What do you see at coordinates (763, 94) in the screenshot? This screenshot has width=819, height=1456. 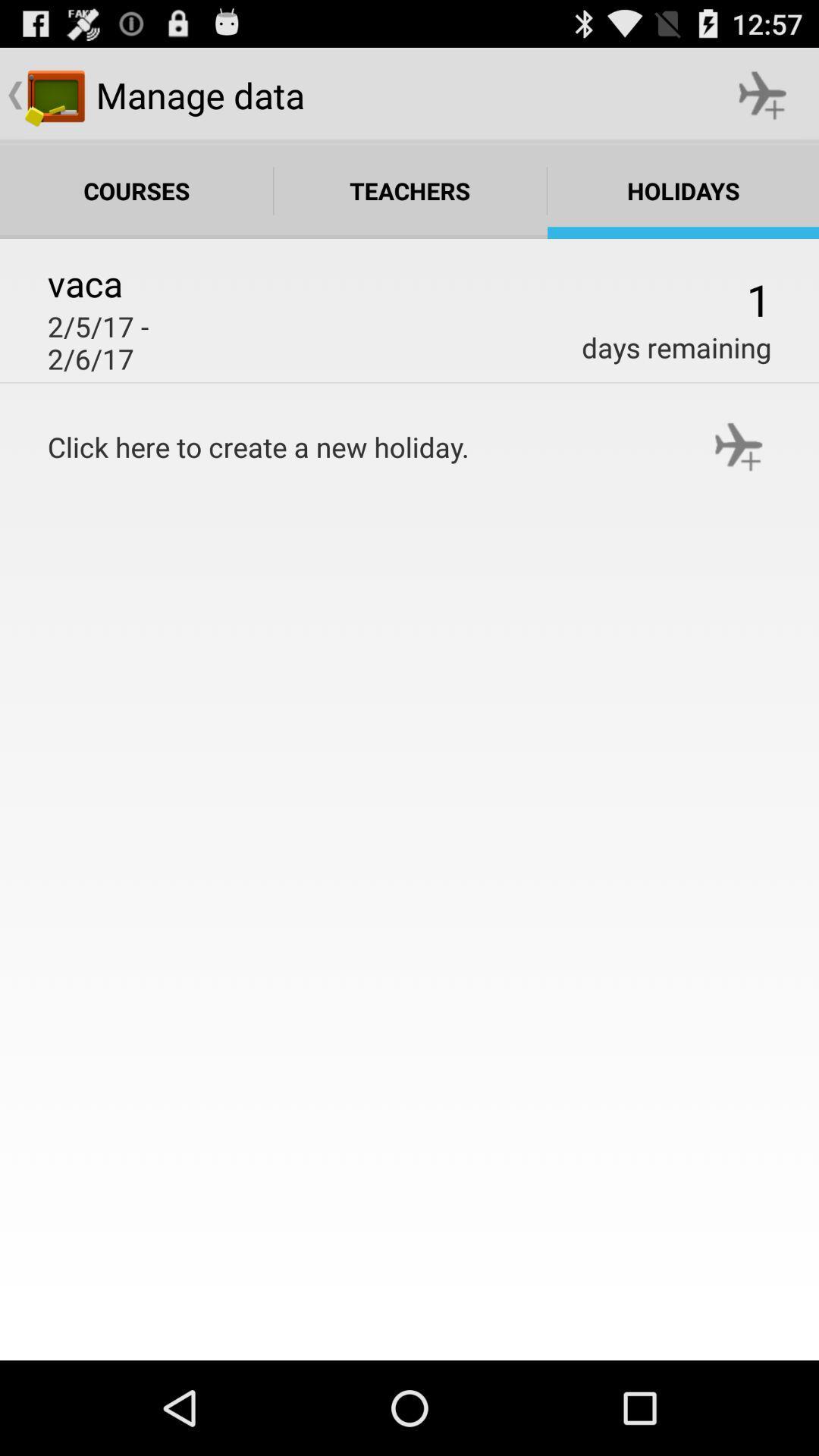 I see `the icon next to manage data icon` at bounding box center [763, 94].